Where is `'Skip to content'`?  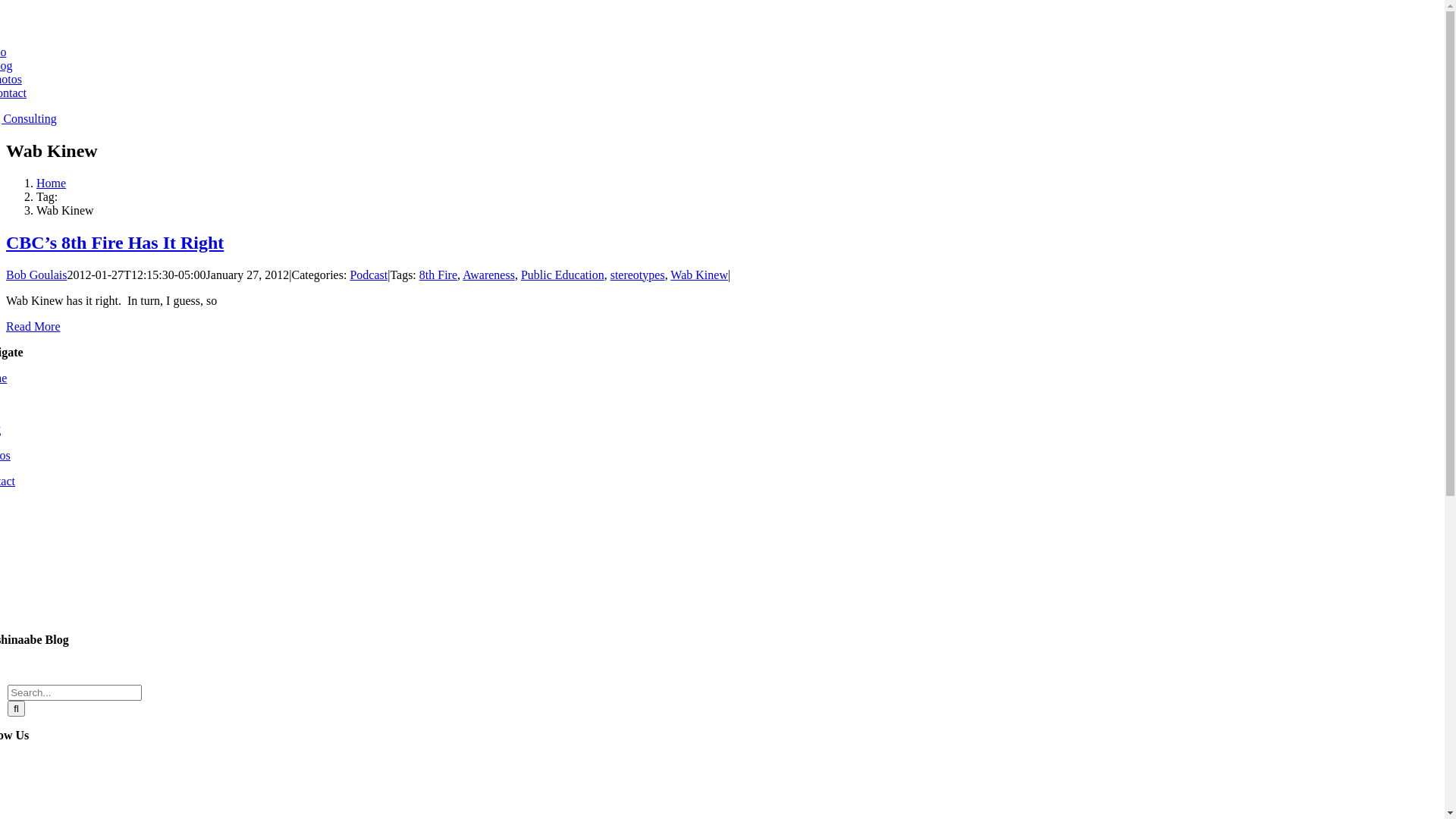 'Skip to content' is located at coordinates (5, 5).